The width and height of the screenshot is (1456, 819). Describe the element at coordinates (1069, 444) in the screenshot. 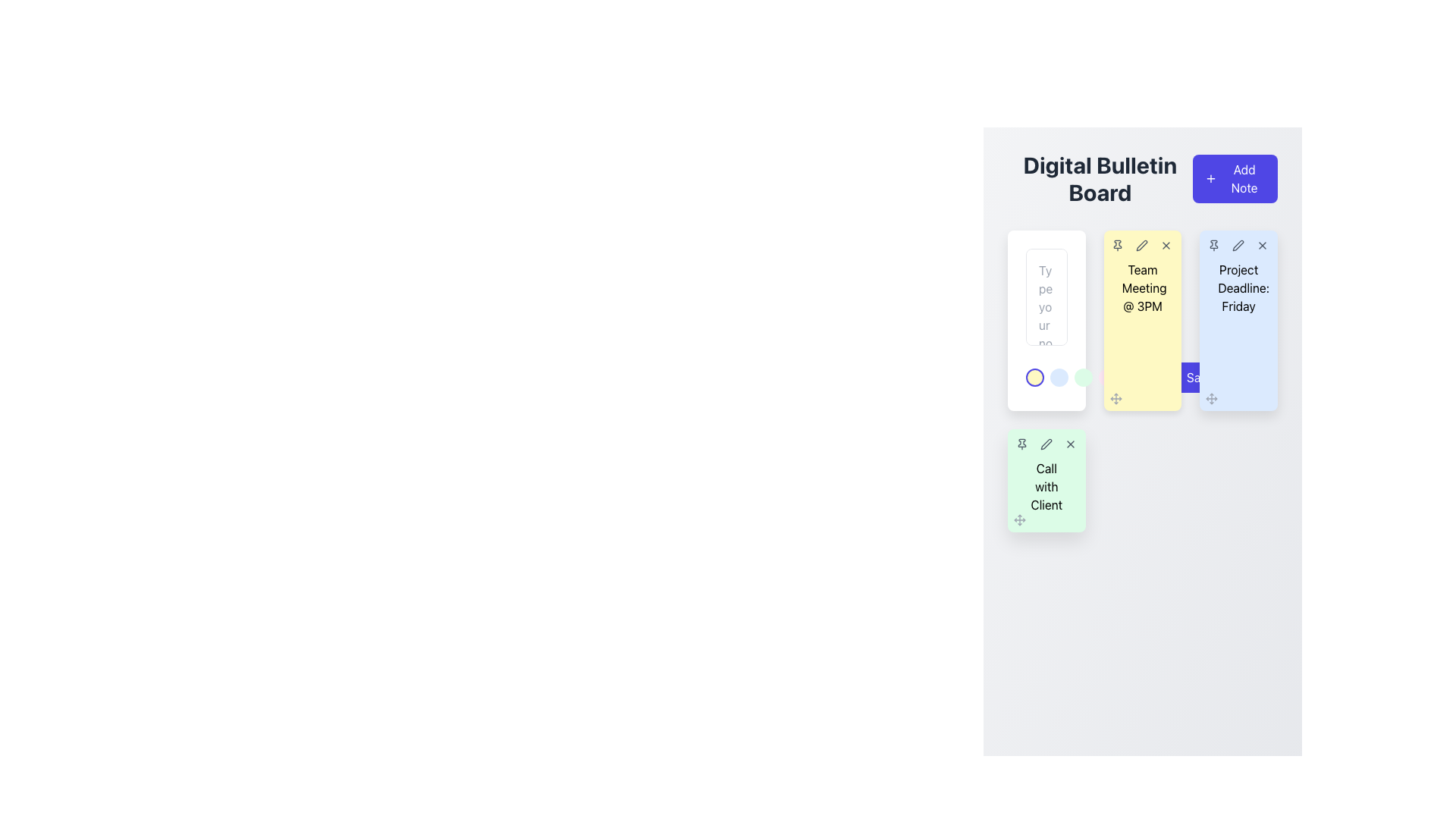

I see `the 'X' icon button in the top-right corner of the light green note labeled 'Call with Client'` at that location.